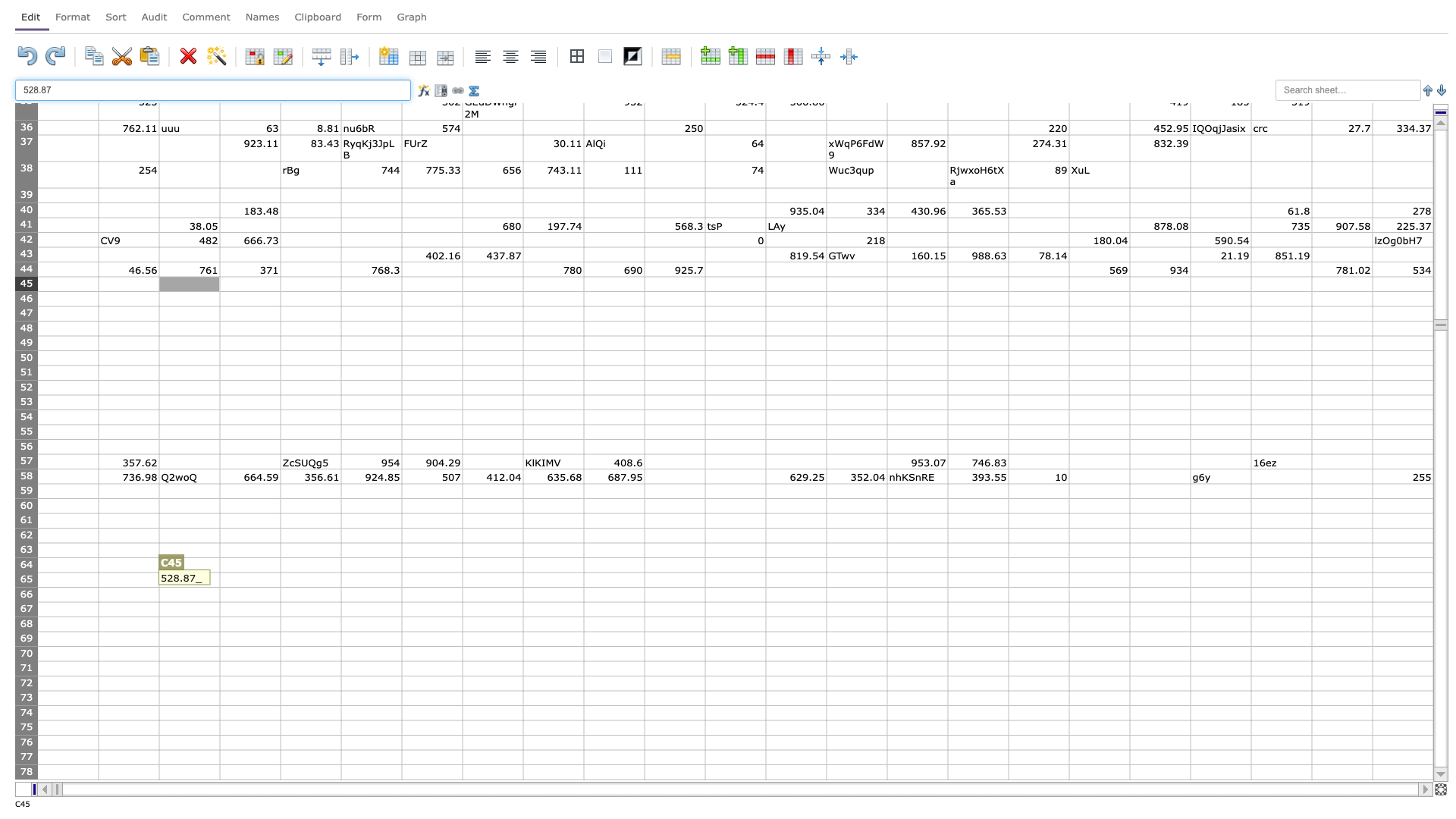 The image size is (1456, 819). I want to click on Lower right of J65, so click(644, 586).